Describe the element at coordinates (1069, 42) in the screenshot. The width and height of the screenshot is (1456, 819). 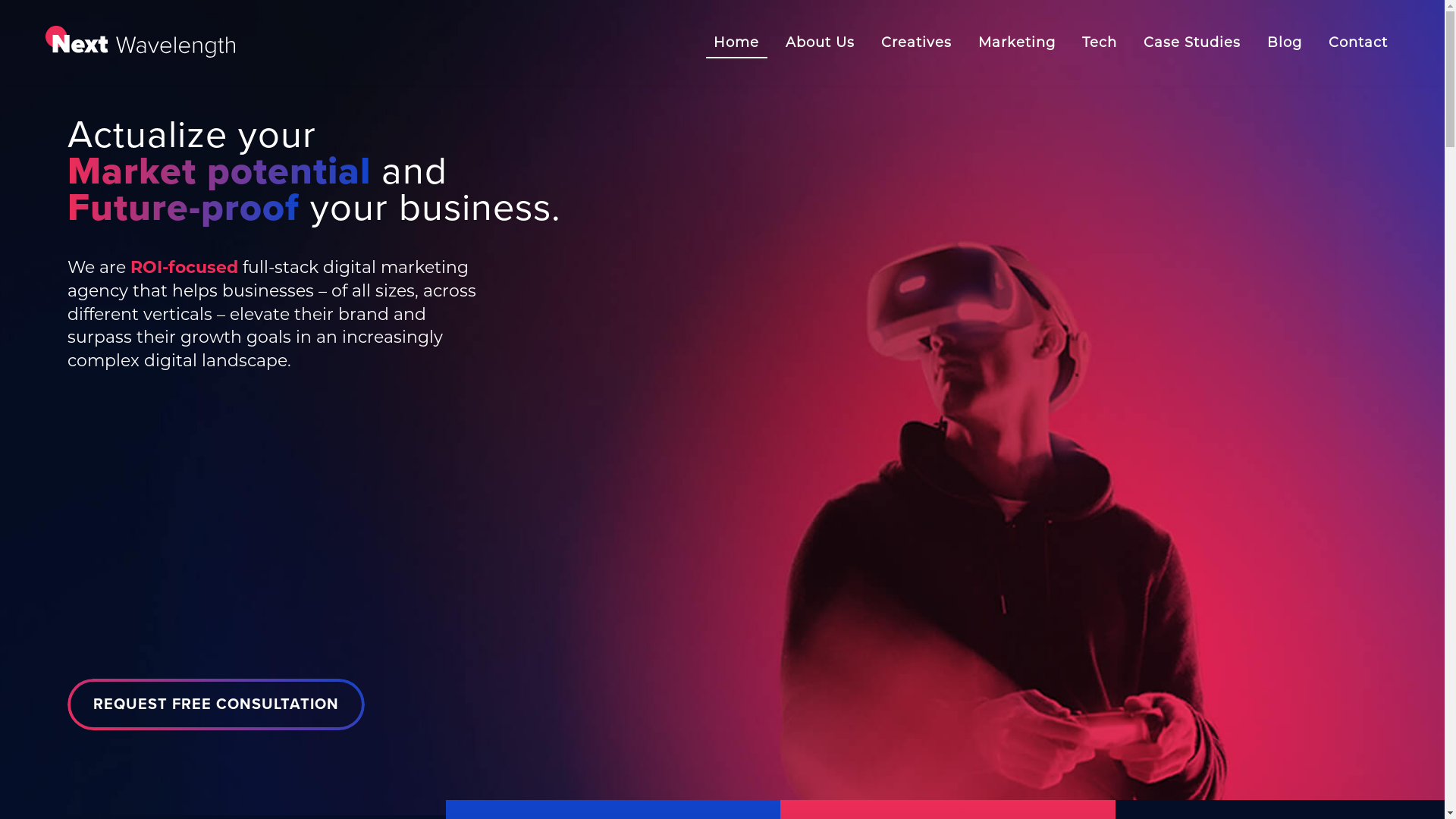
I see `'Tech'` at that location.